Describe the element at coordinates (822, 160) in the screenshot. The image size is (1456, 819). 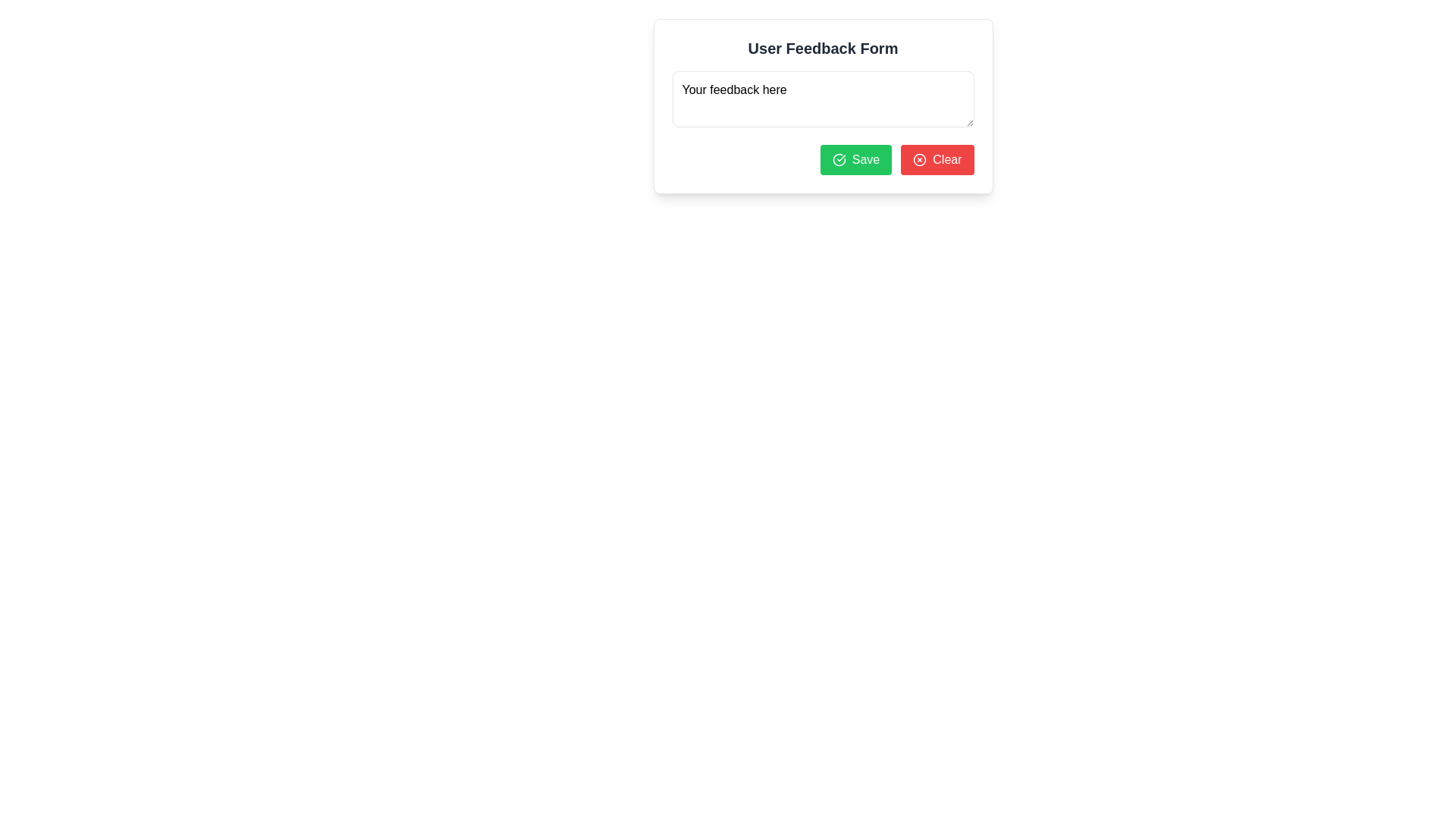
I see `the group of two buttons labeled 'Save' and 'Clear'` at that location.